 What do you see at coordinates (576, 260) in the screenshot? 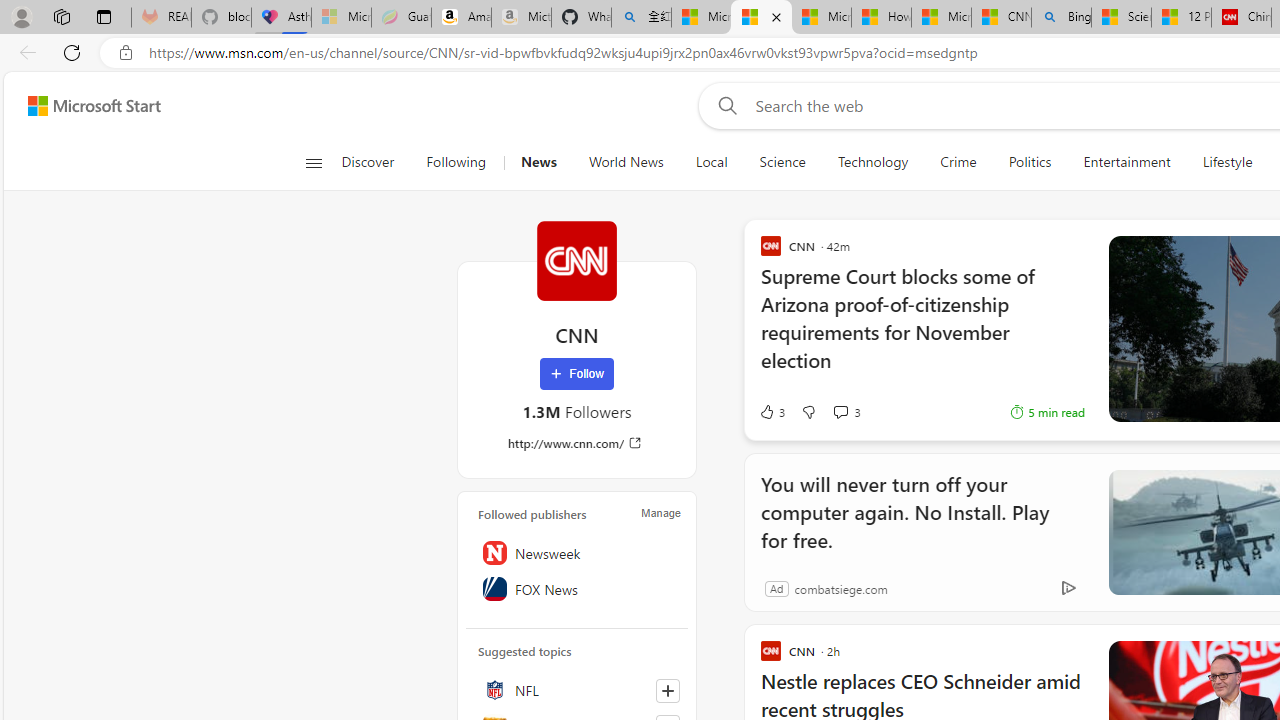
I see `'CNN'` at bounding box center [576, 260].